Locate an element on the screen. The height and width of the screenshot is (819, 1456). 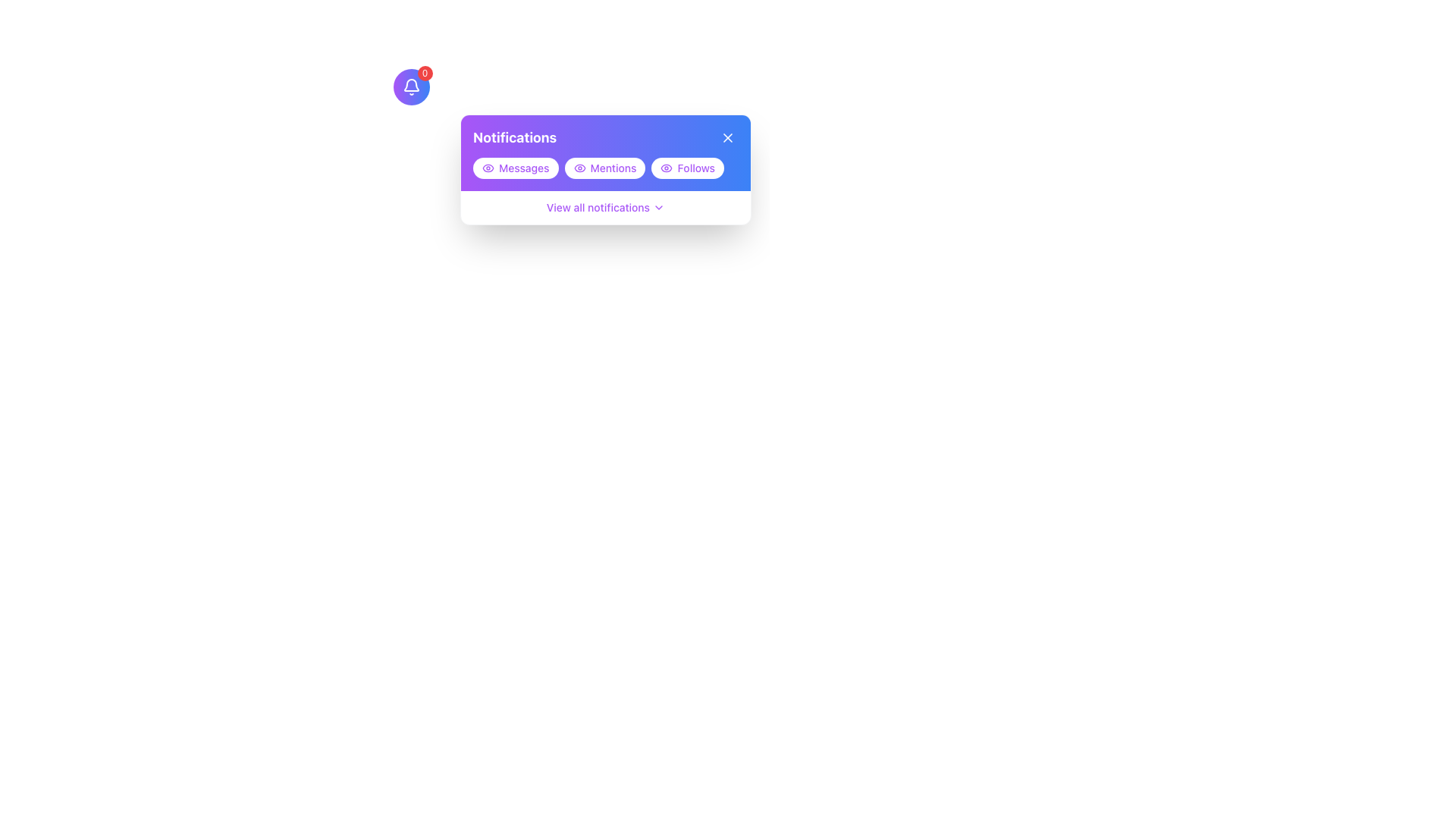
the cross icon located in the top-right corner of the notification panel is located at coordinates (728, 137).